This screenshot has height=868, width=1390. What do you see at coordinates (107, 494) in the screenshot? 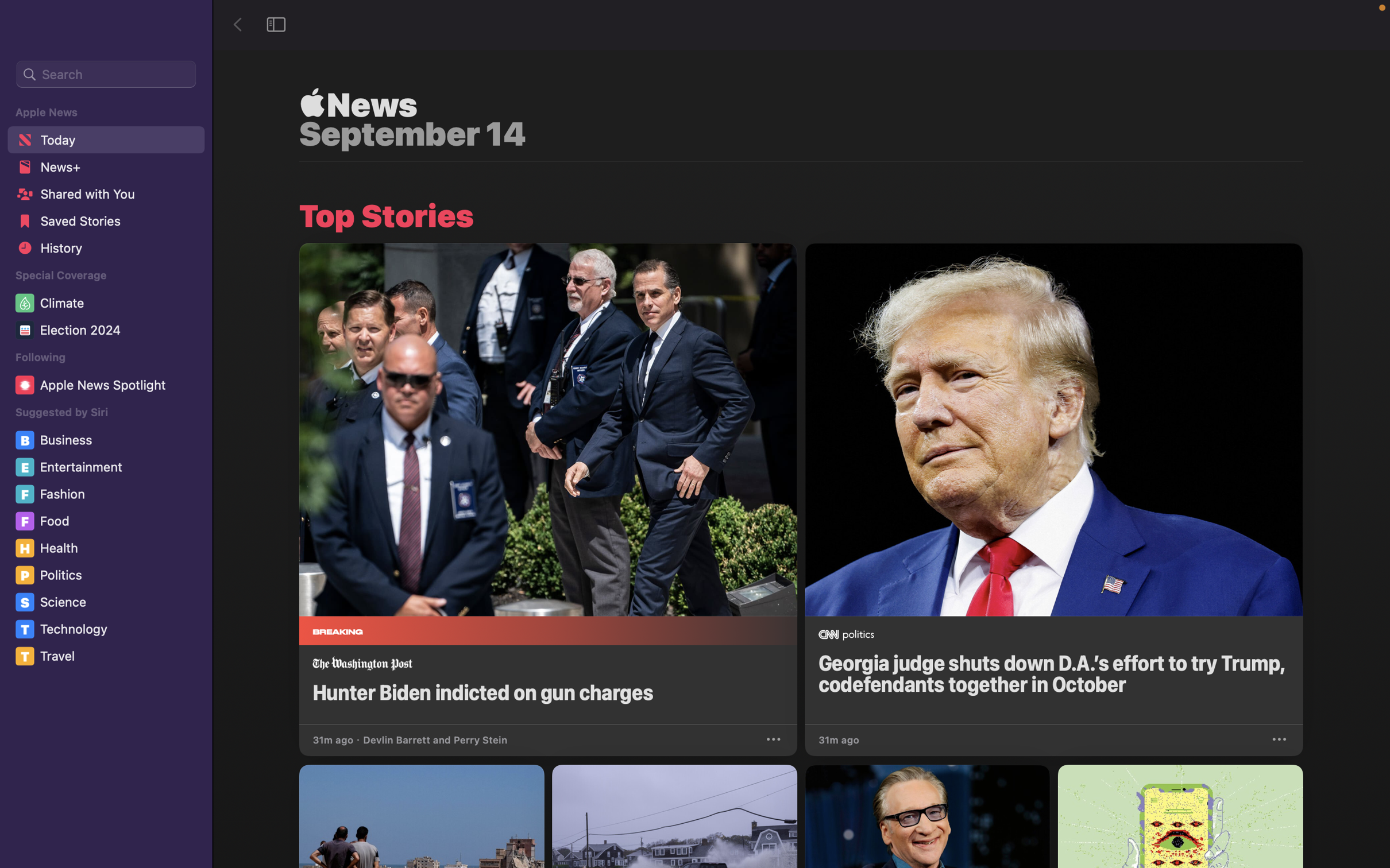
I see `the "Fashion" option` at bounding box center [107, 494].